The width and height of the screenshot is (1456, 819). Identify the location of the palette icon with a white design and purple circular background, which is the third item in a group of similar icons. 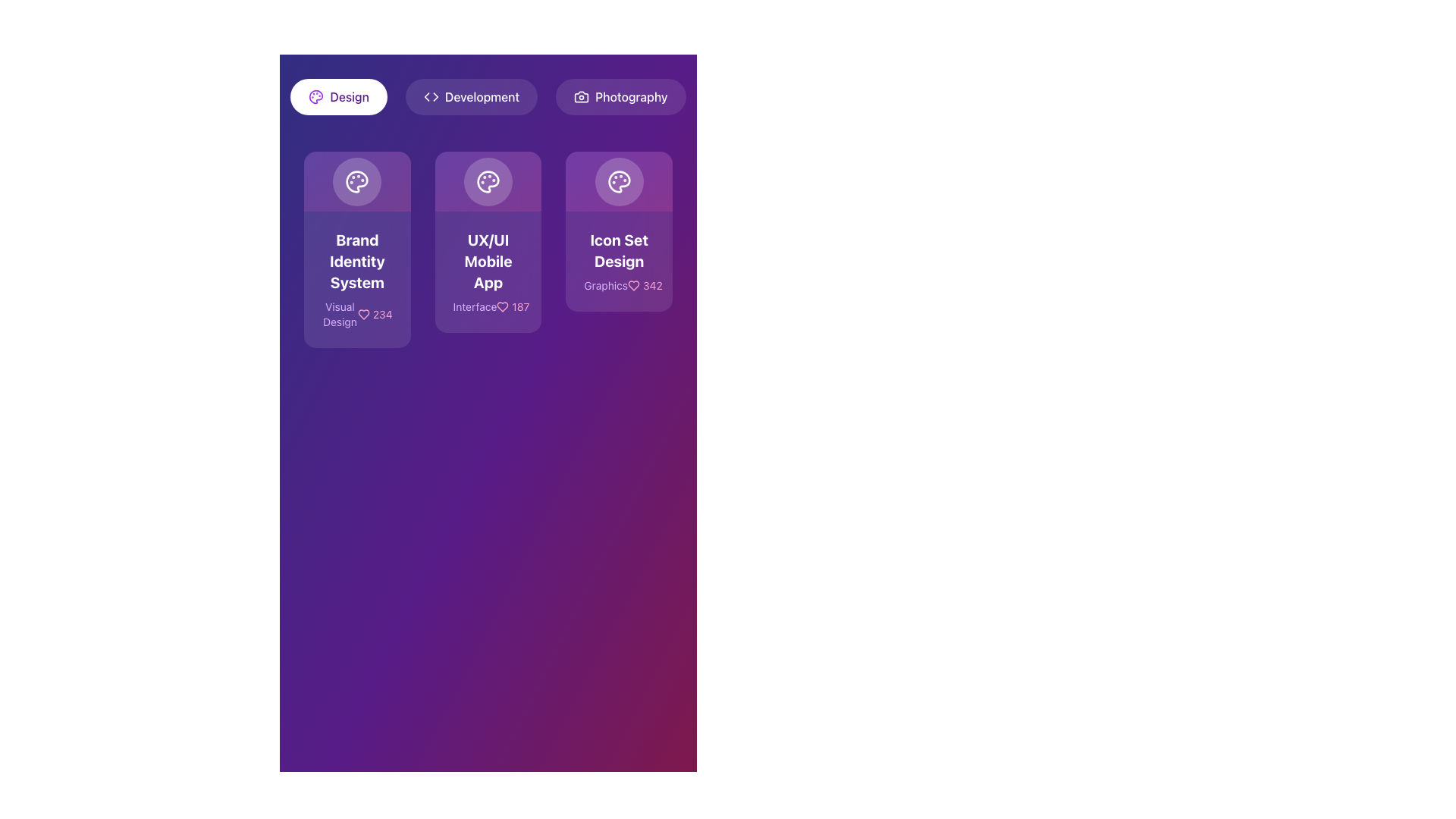
(619, 180).